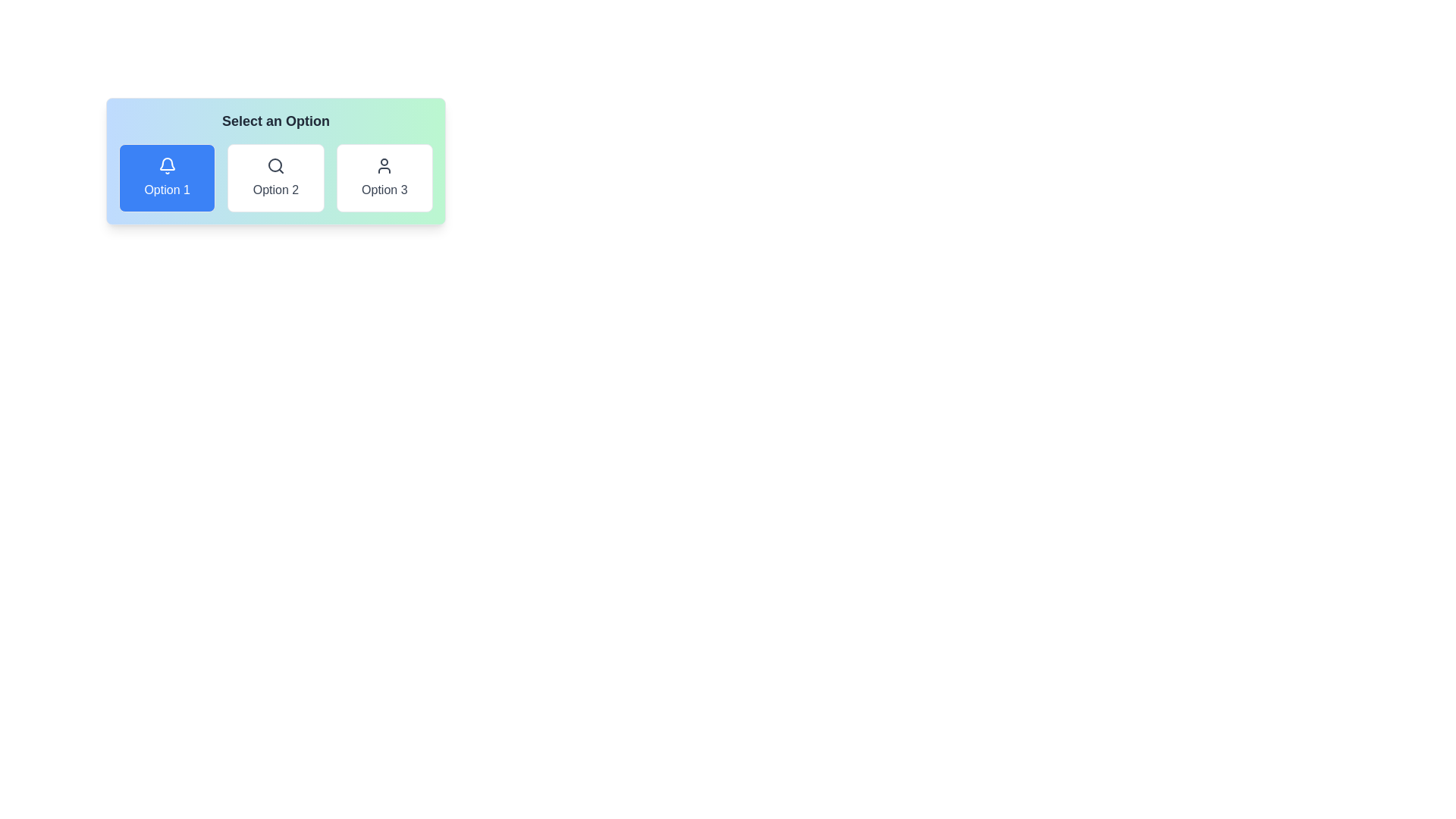 The image size is (1456, 819). Describe the element at coordinates (167, 166) in the screenshot. I see `the bell icon located within the 'Option 1' button, which is the leftmost button in a group of three options on the card labeled 'Select an Option'` at that location.